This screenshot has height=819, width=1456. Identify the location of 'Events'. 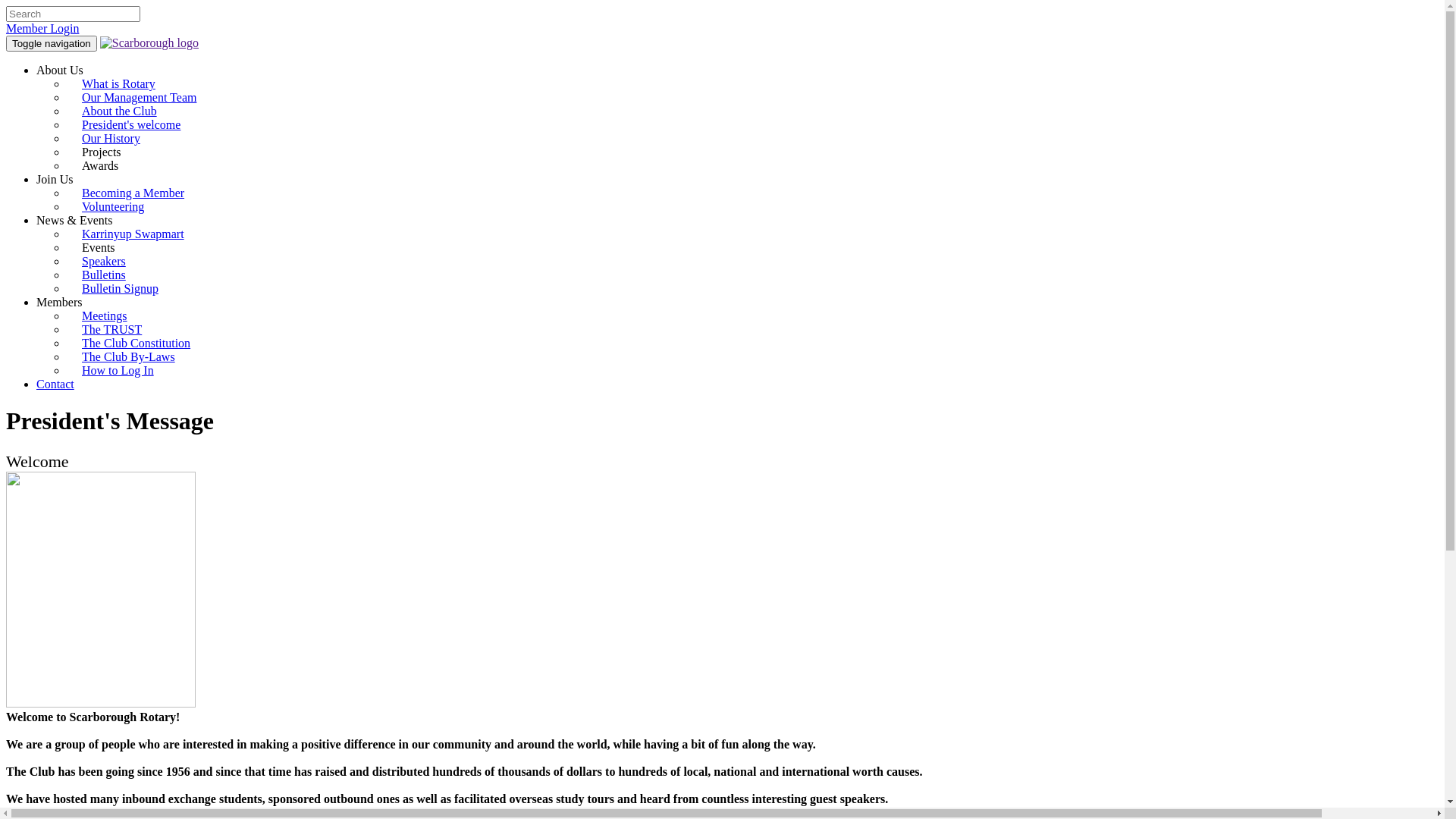
(65, 246).